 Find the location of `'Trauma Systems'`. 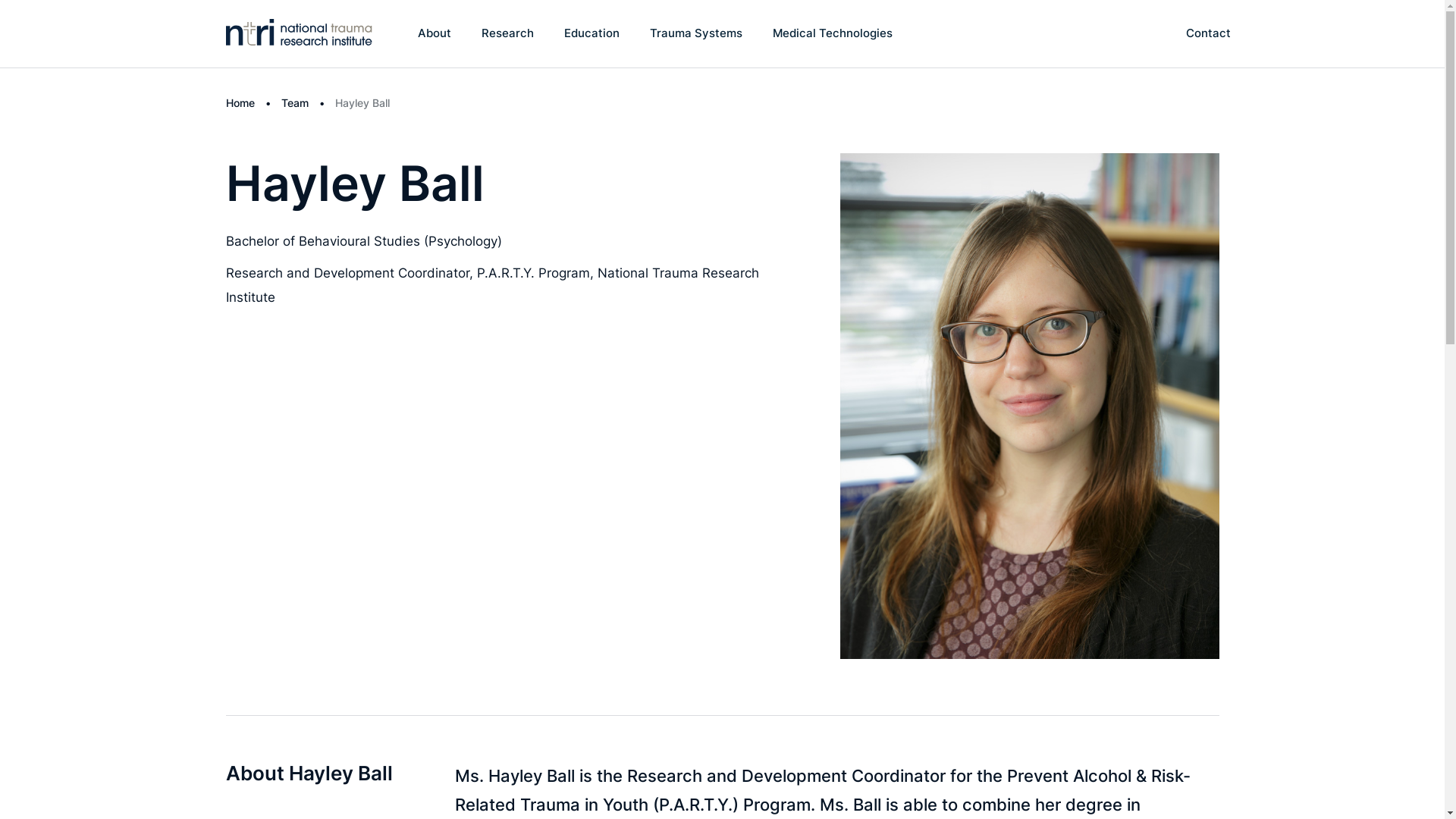

'Trauma Systems' is located at coordinates (650, 33).